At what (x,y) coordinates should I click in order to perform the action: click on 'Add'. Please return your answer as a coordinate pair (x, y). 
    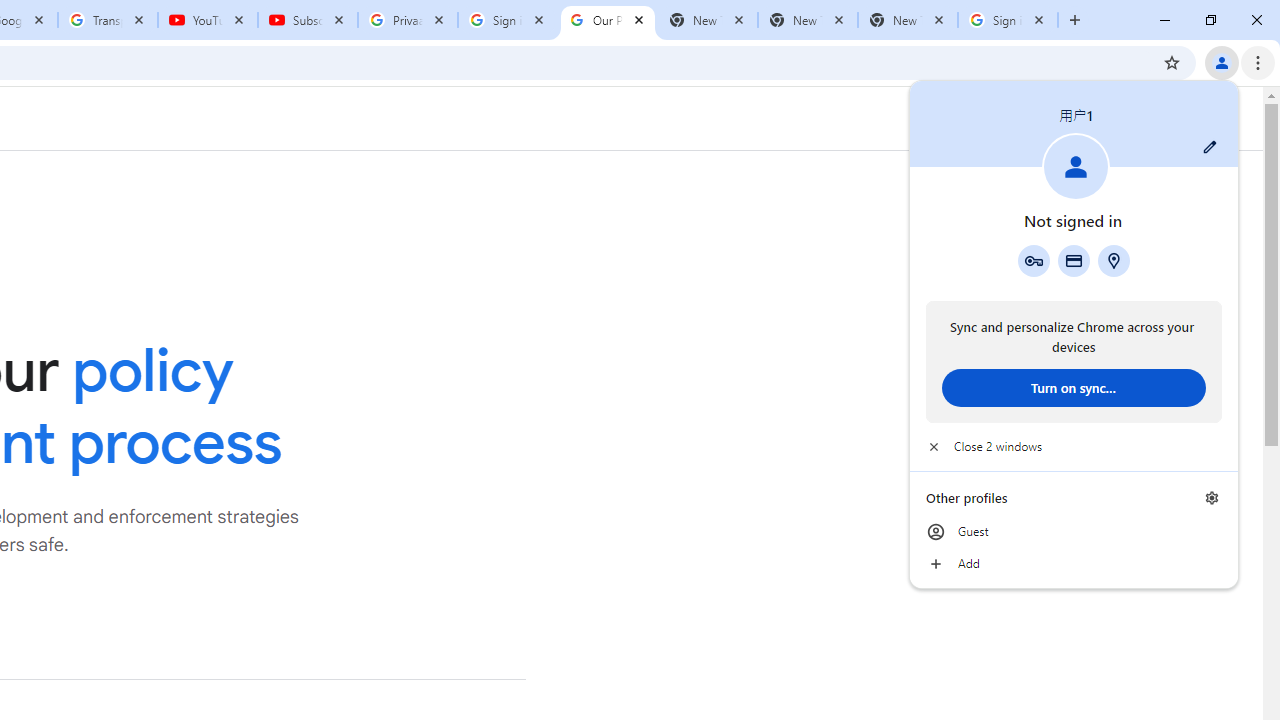
    Looking at the image, I should click on (1072, 564).